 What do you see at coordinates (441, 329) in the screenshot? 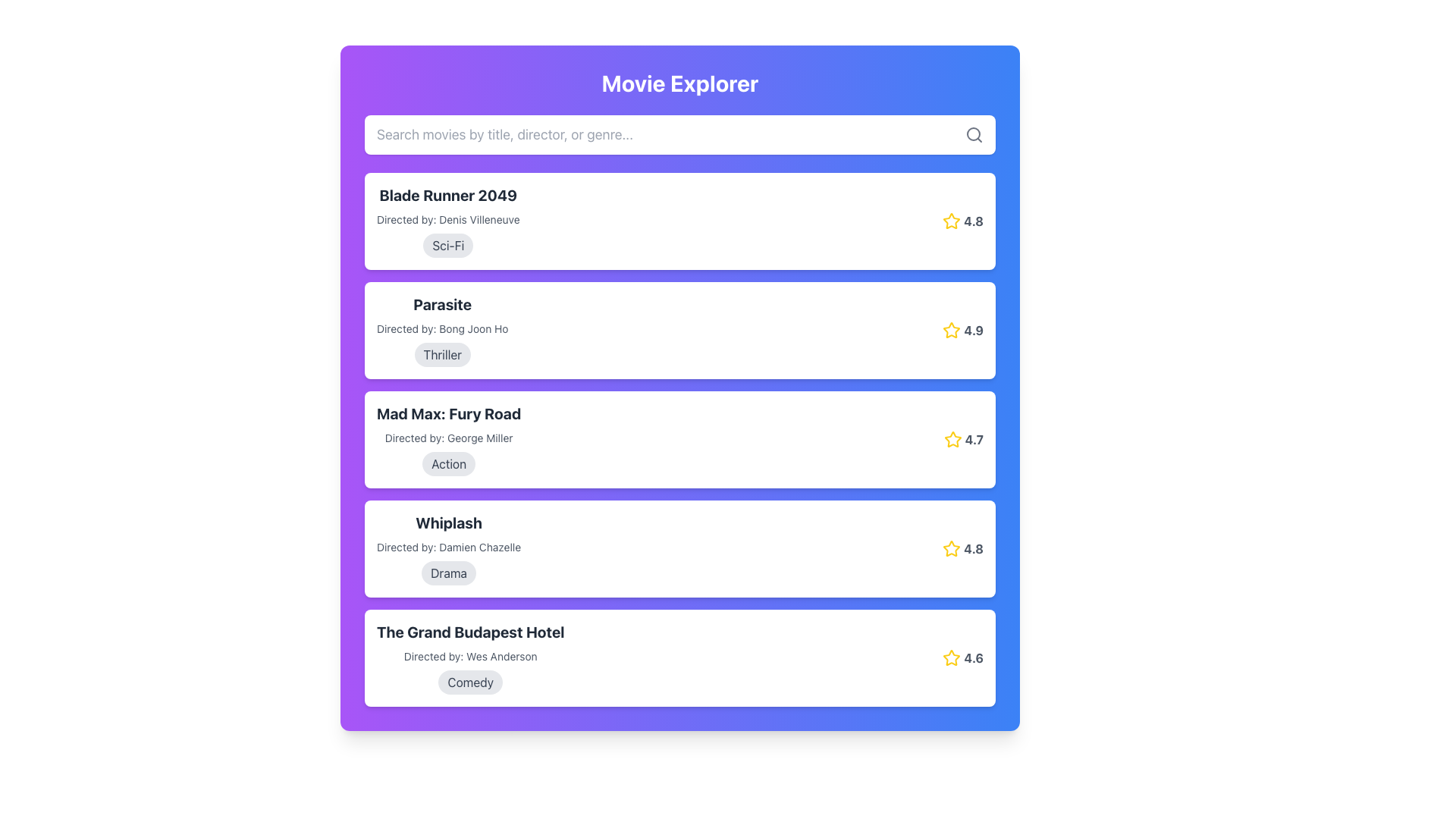
I see `the Informational Text Block displaying the movie details, which is the second item in the vertical list under 'Movie Explorer'` at bounding box center [441, 329].